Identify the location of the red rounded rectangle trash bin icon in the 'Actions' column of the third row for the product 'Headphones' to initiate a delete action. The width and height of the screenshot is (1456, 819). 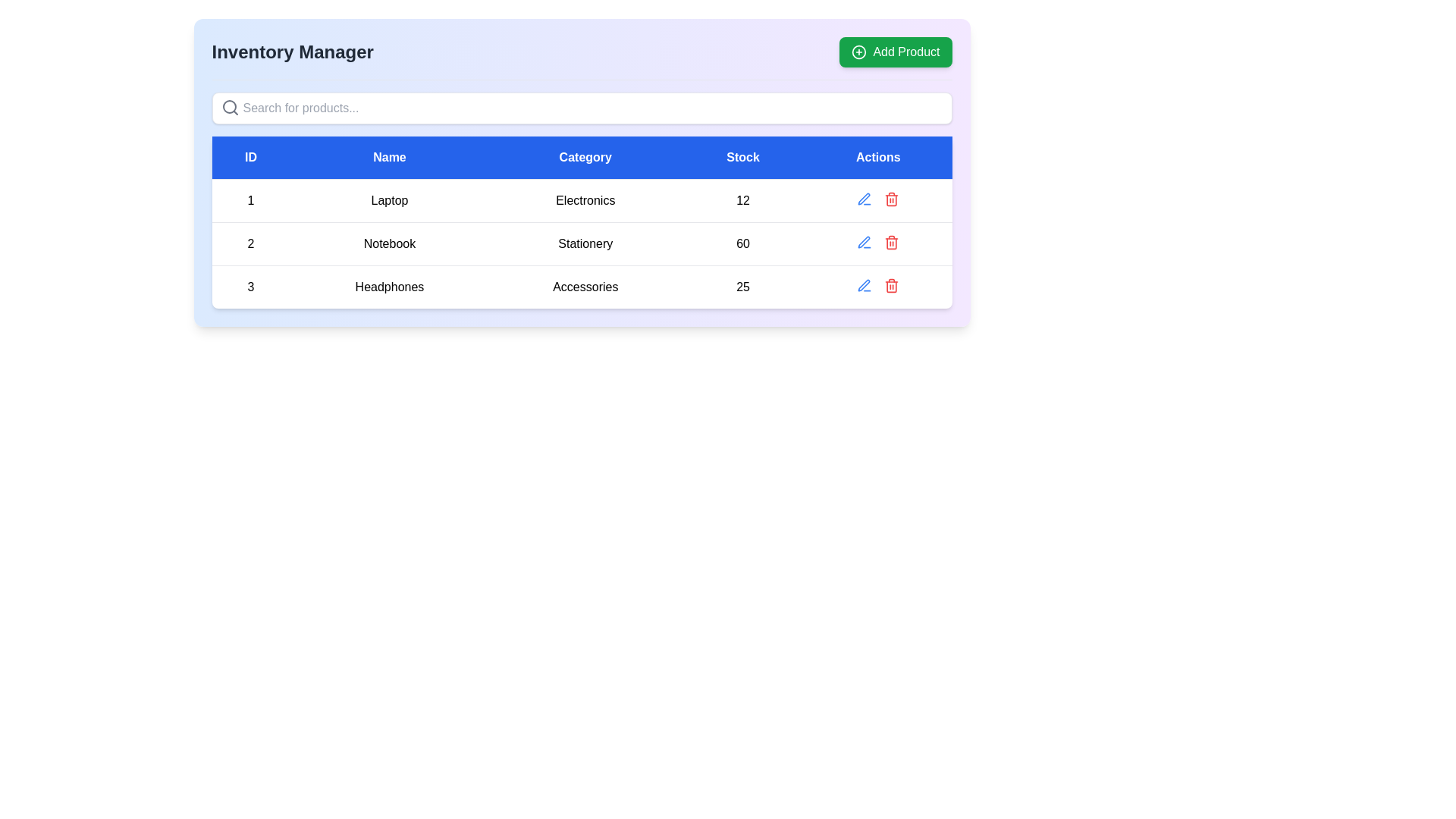
(892, 243).